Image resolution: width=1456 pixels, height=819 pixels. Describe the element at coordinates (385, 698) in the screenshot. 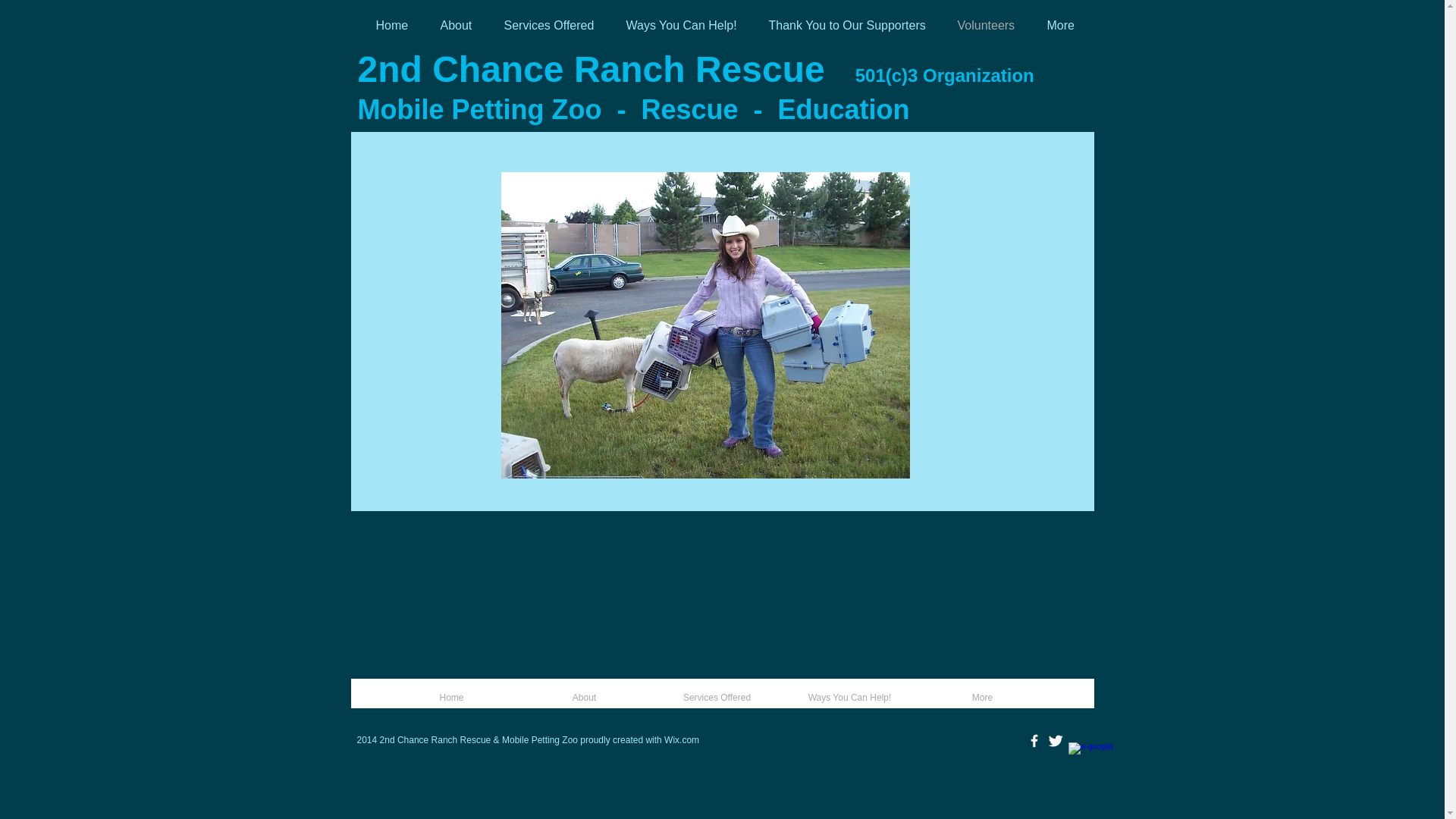

I see `'Home'` at that location.